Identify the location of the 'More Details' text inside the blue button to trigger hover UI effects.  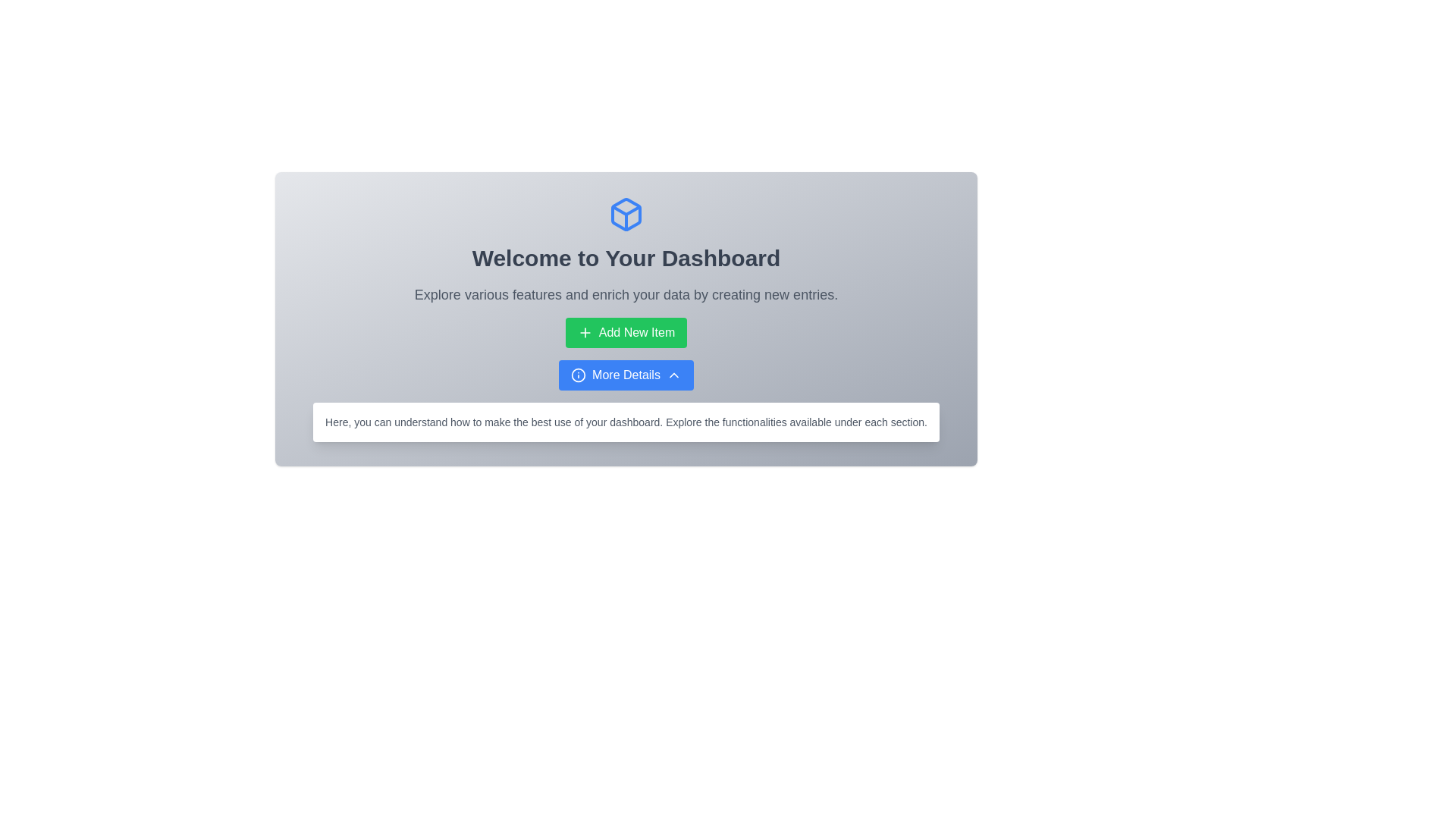
(626, 375).